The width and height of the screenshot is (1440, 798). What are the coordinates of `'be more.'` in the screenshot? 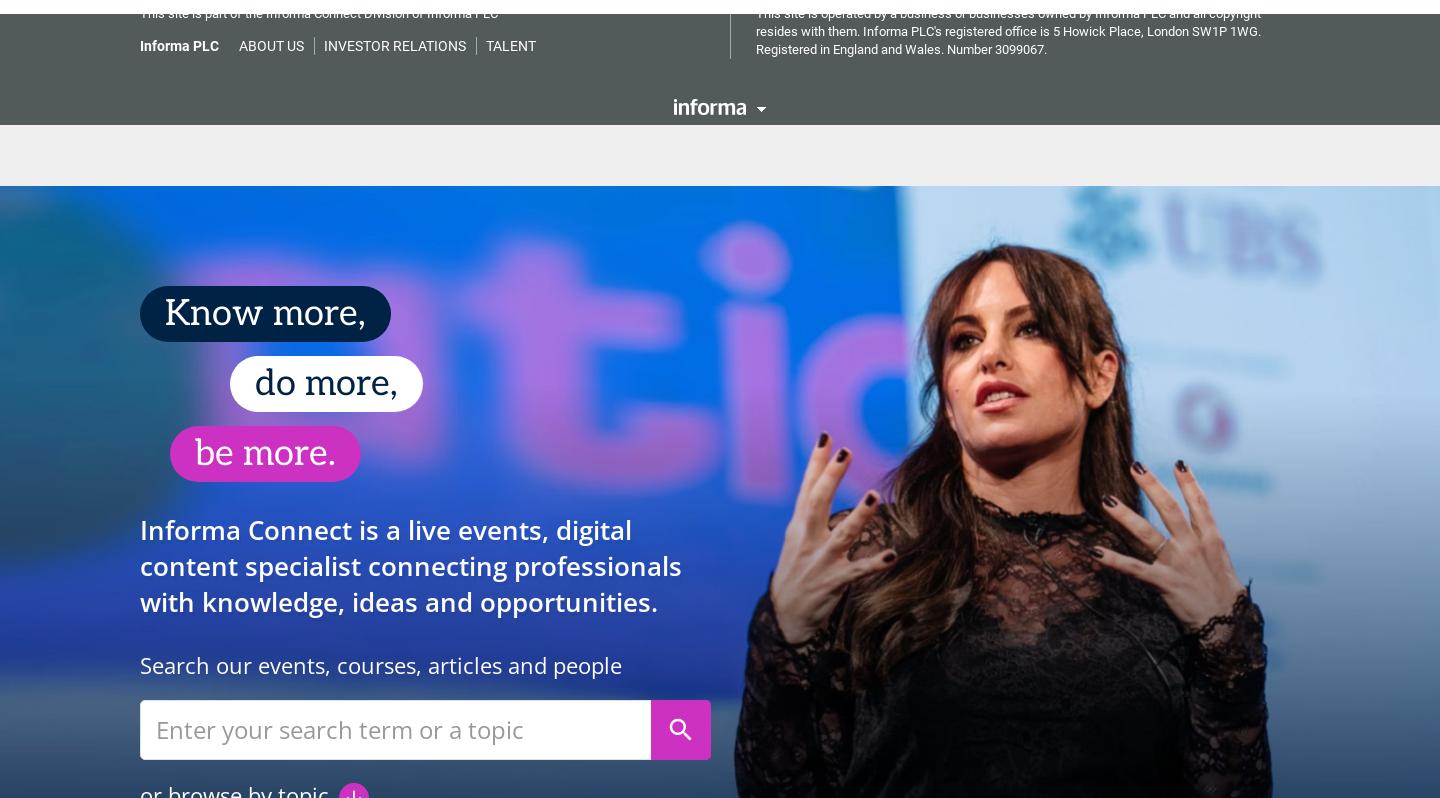 It's located at (194, 440).